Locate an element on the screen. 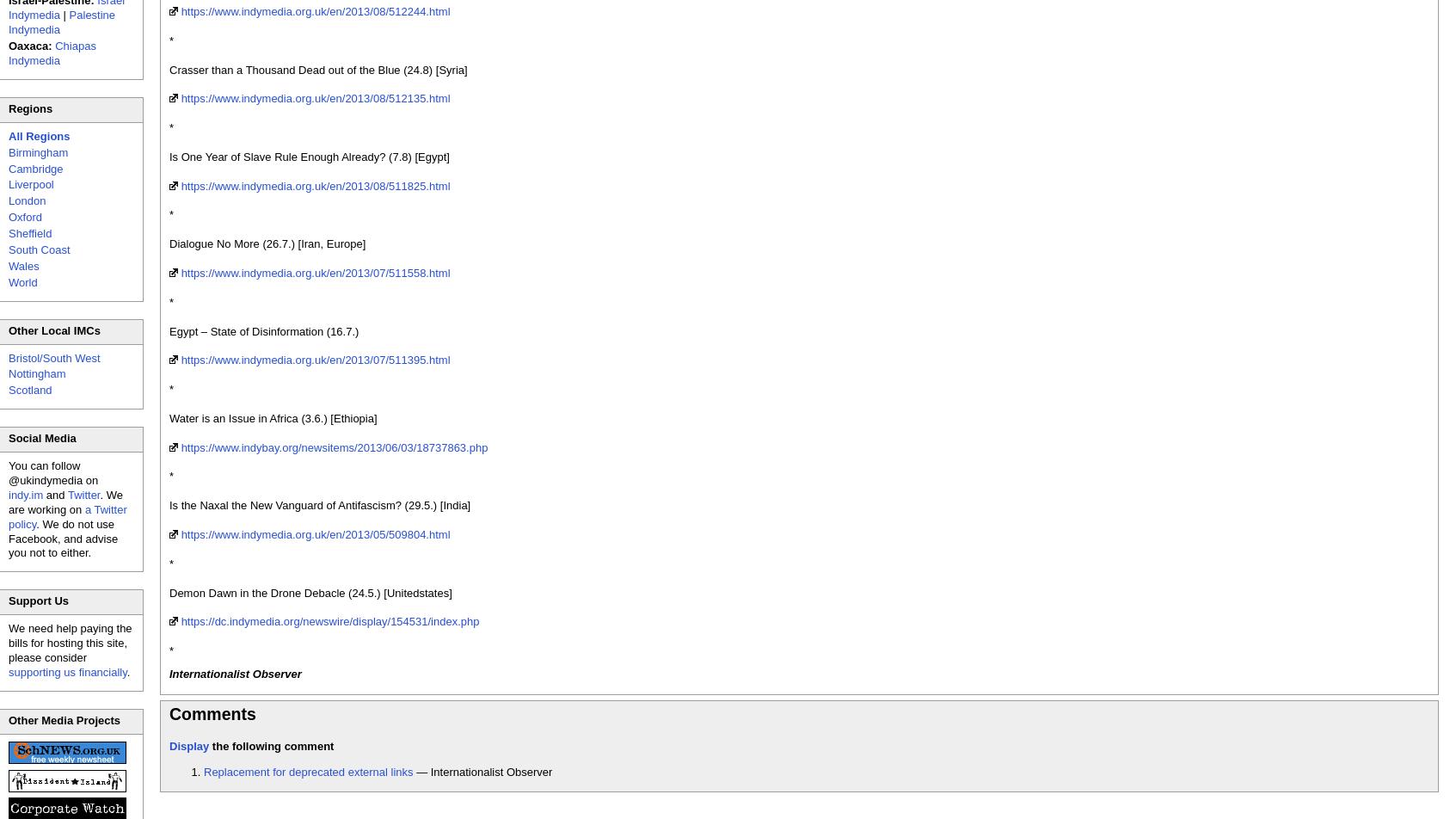  'https://www.indymedia.org.uk/en/2013/08/511825.html' is located at coordinates (315, 185).